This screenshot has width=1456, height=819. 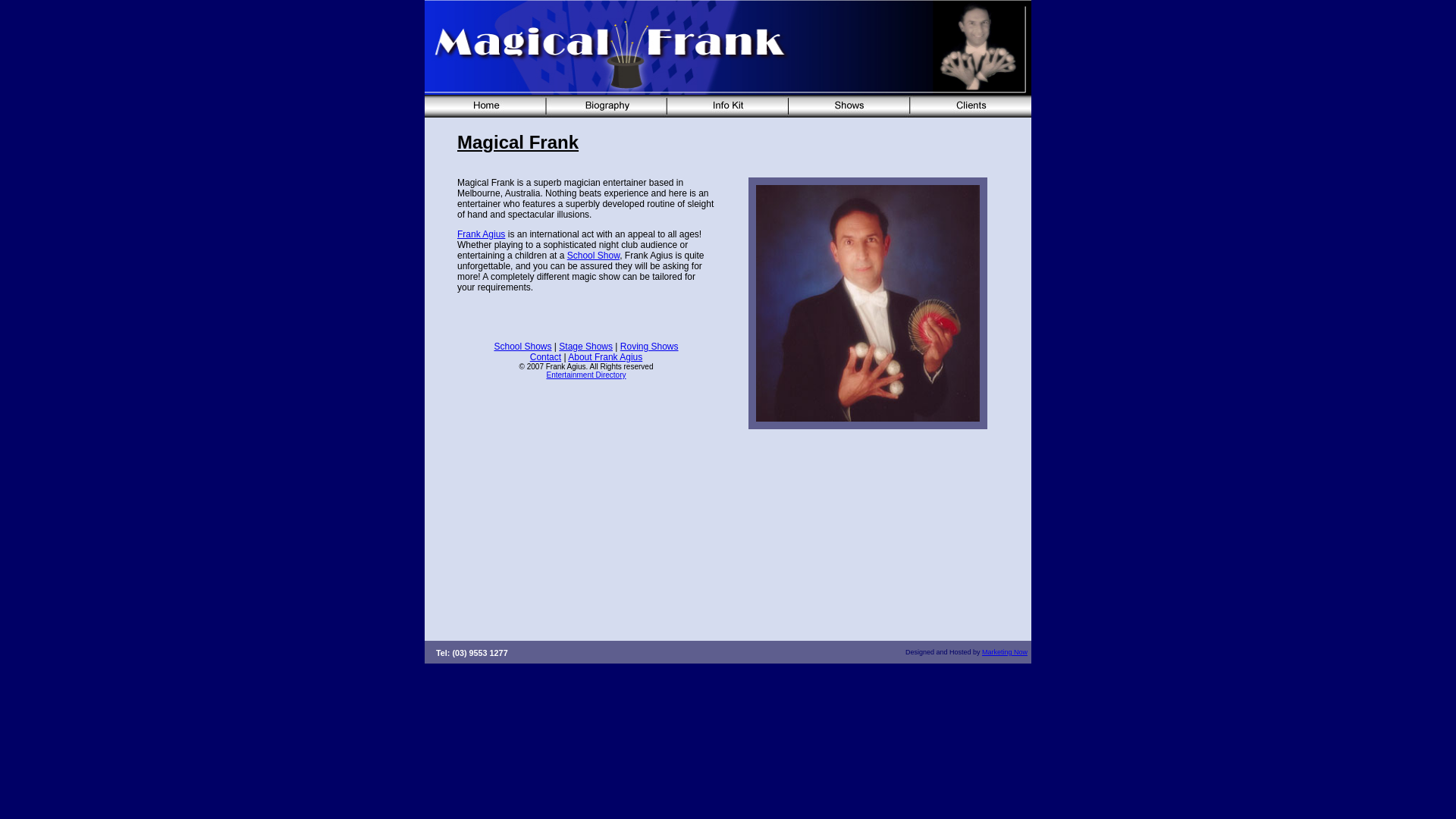 I want to click on 'Stage Shows', so click(x=585, y=346).